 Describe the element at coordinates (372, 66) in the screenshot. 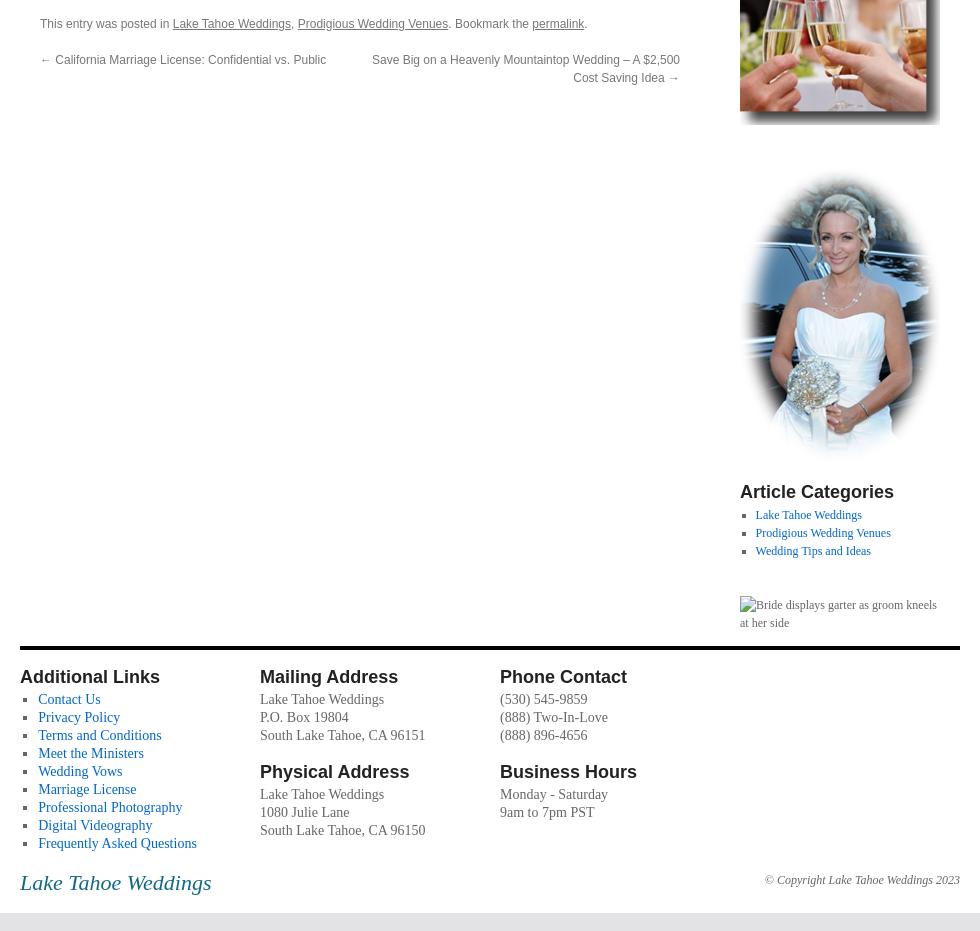

I see `'Save Big on a Heavenly Mountaintop Wedding – A $2,500 Cost Saving Idea'` at that location.